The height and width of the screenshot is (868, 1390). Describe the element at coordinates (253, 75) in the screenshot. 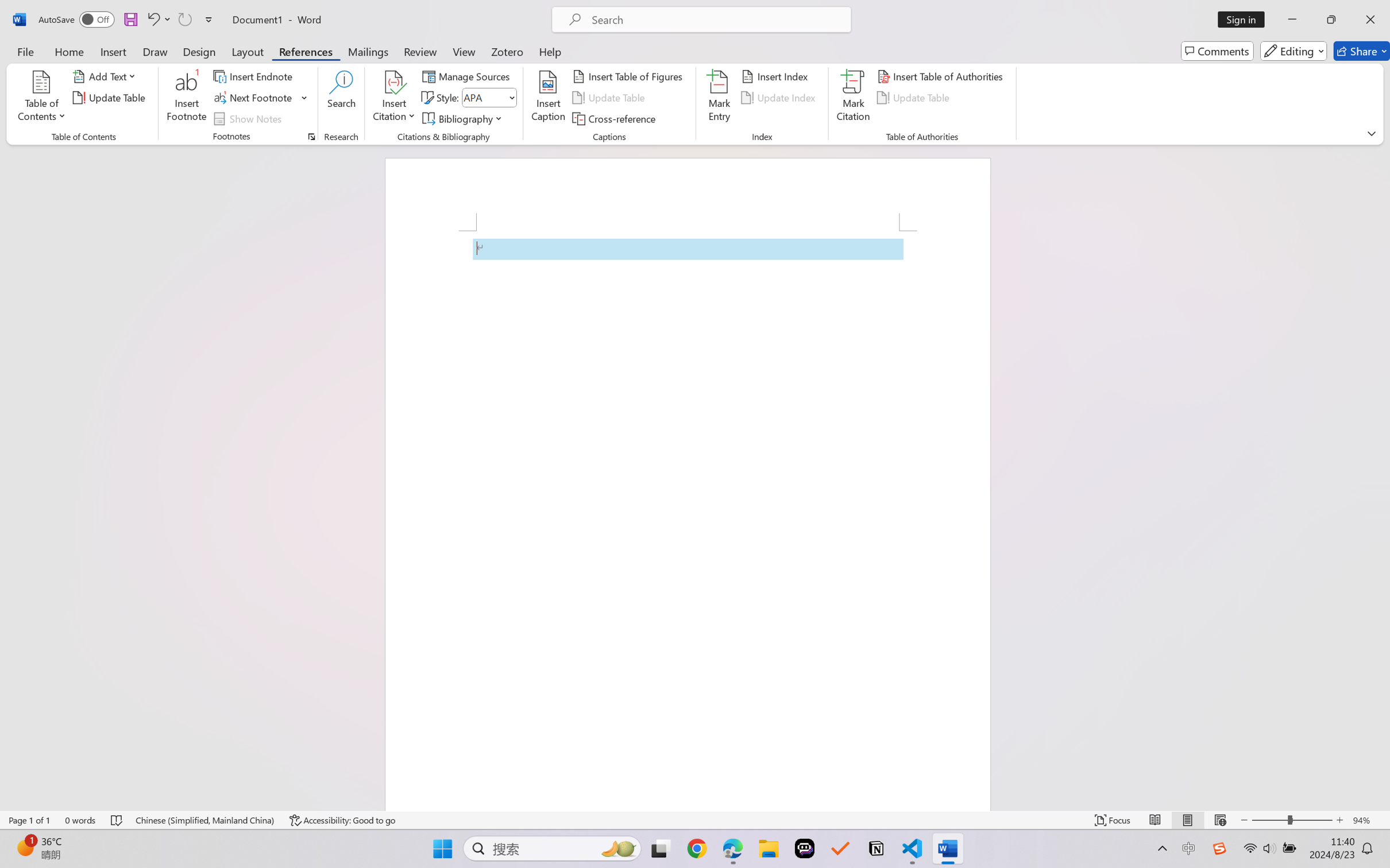

I see `'Insert Endnote'` at that location.